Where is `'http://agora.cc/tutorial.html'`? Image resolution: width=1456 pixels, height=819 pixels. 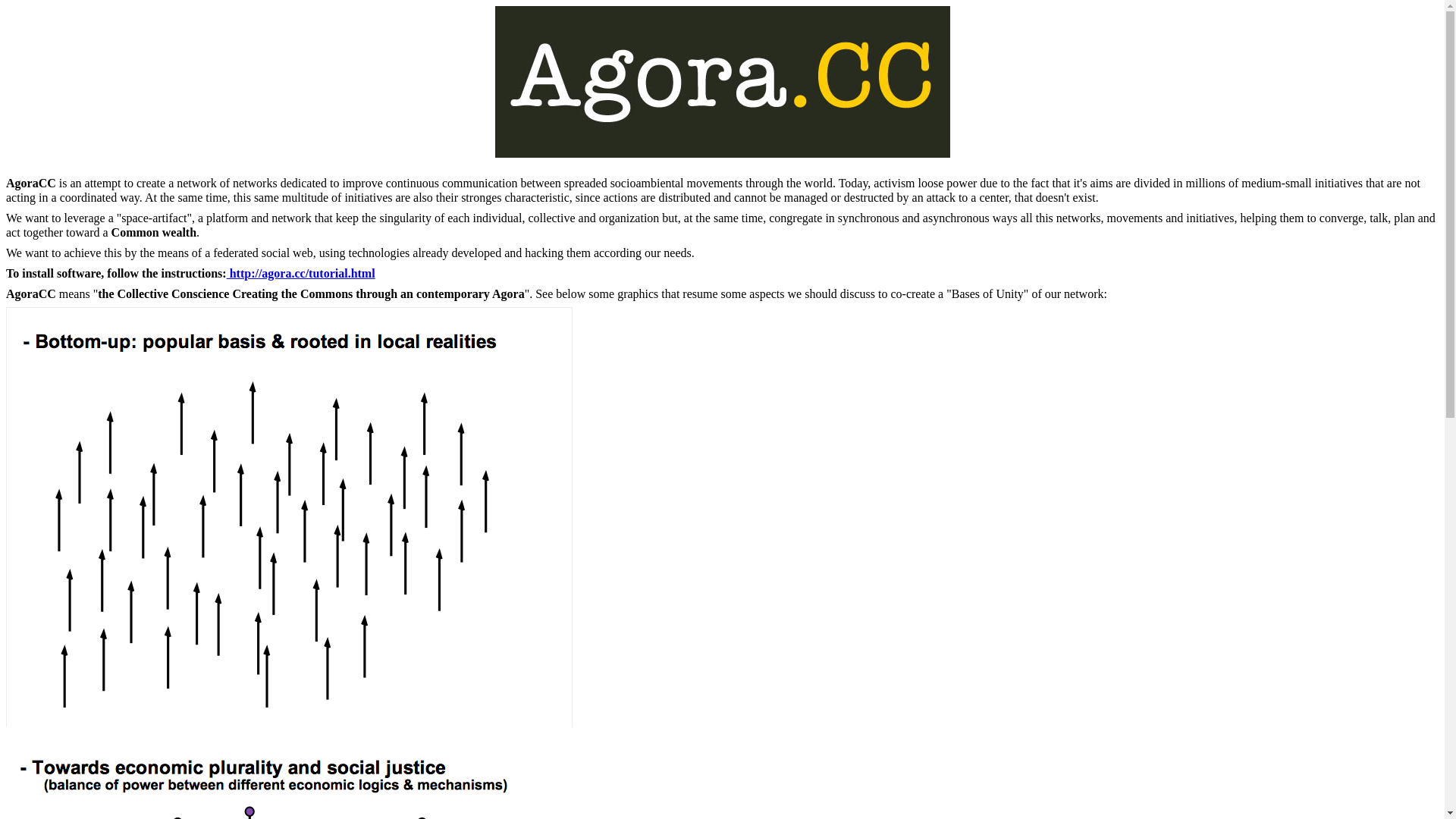
'http://agora.cc/tutorial.html' is located at coordinates (301, 273).